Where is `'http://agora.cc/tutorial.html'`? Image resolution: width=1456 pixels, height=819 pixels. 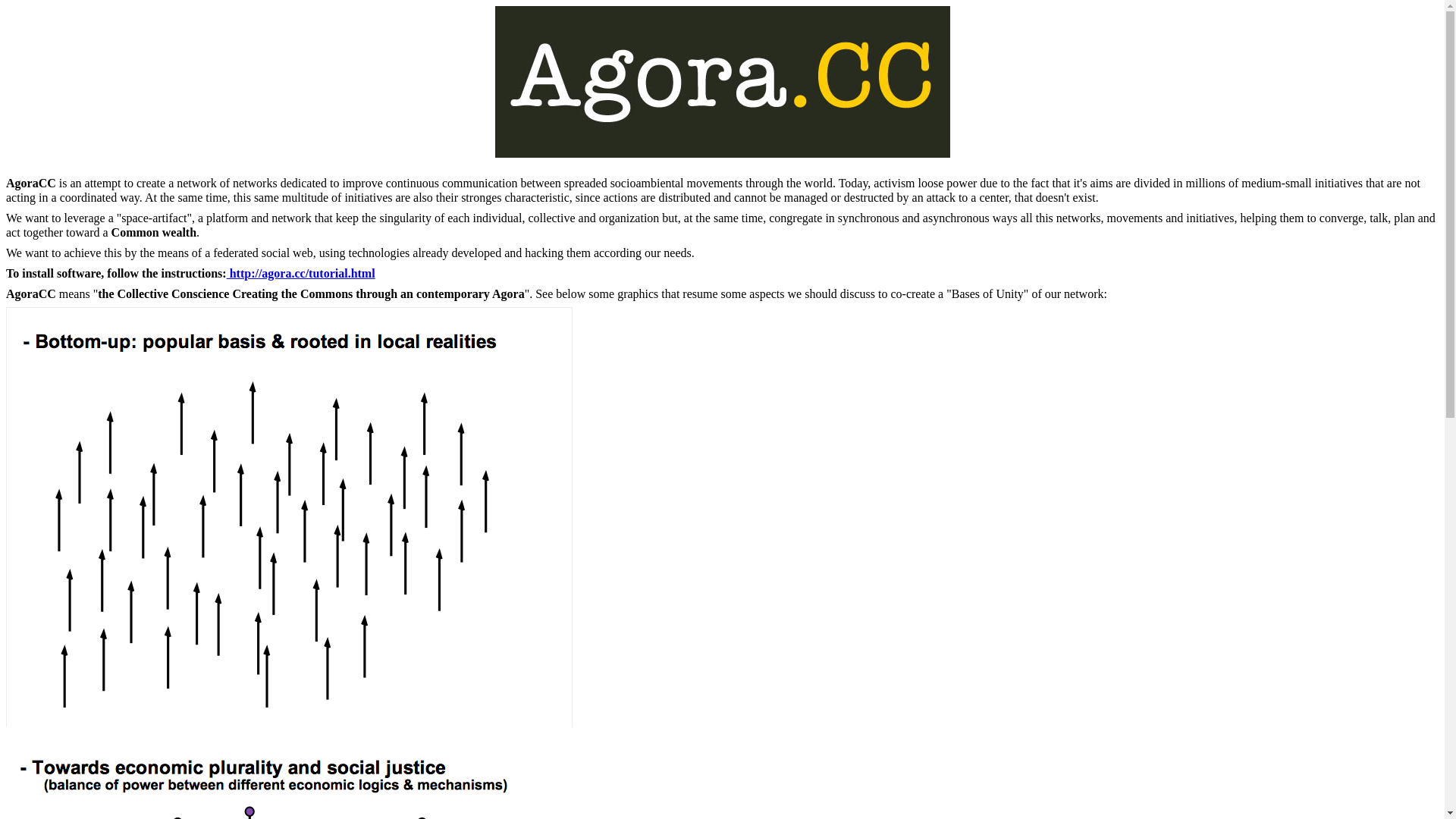
'http://agora.cc/tutorial.html' is located at coordinates (301, 273).